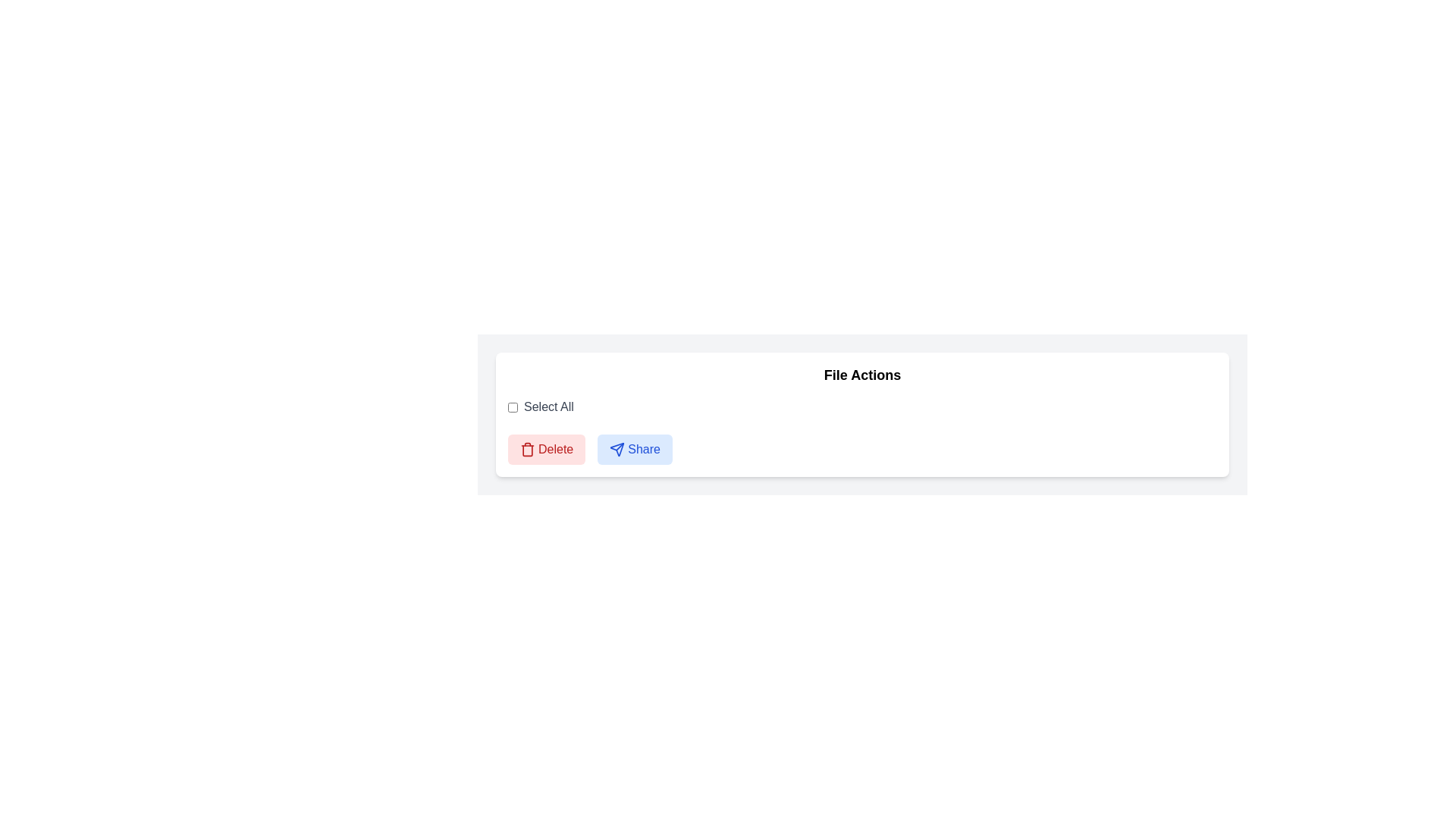  I want to click on the trash can icon within the red 'Delete' button located on the left side of the button group, so click(528, 449).